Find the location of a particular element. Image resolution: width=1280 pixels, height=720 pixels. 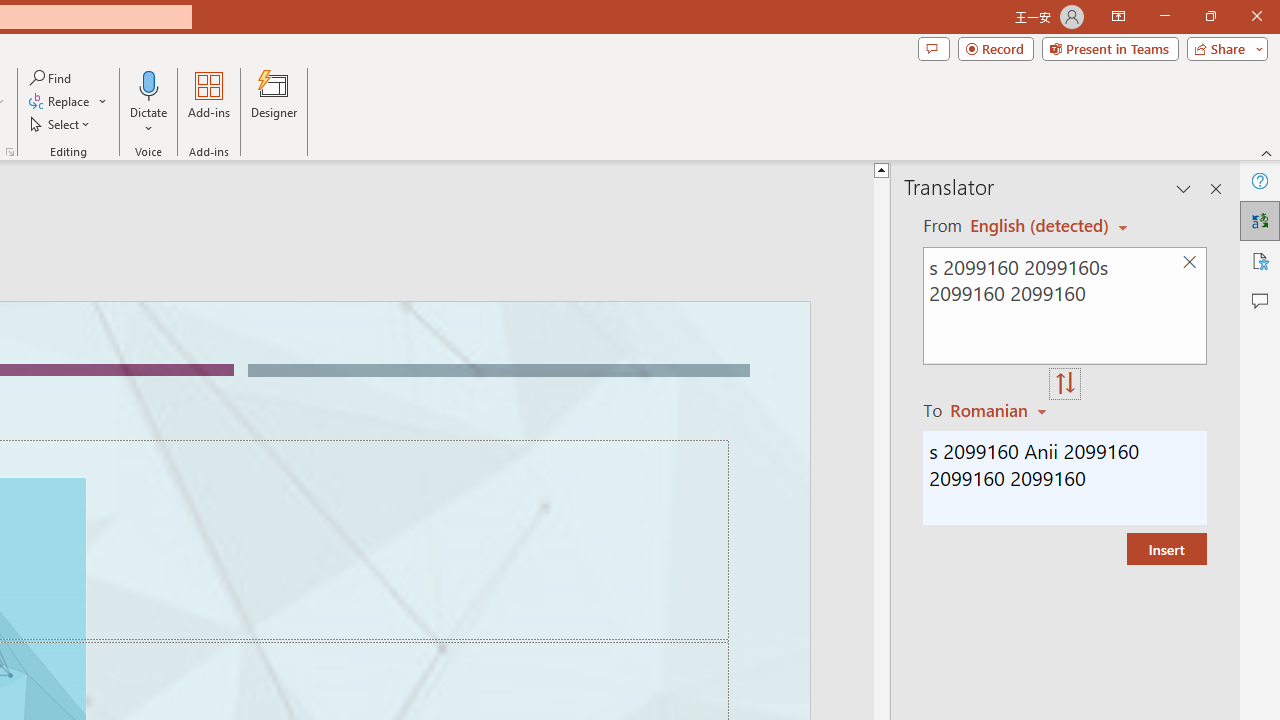

'Line up' is located at coordinates (910, 168).